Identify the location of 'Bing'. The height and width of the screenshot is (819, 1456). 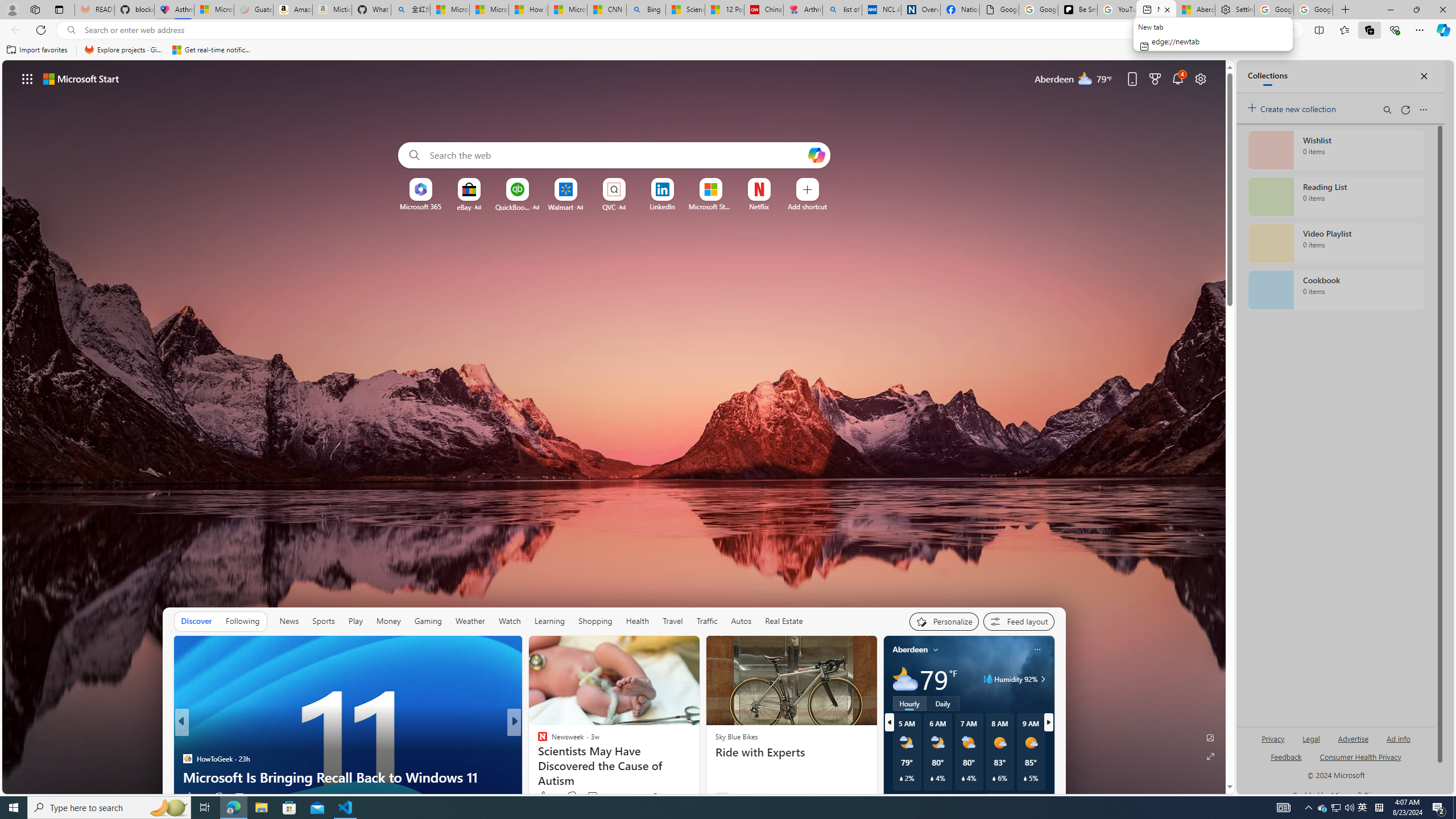
(646, 9).